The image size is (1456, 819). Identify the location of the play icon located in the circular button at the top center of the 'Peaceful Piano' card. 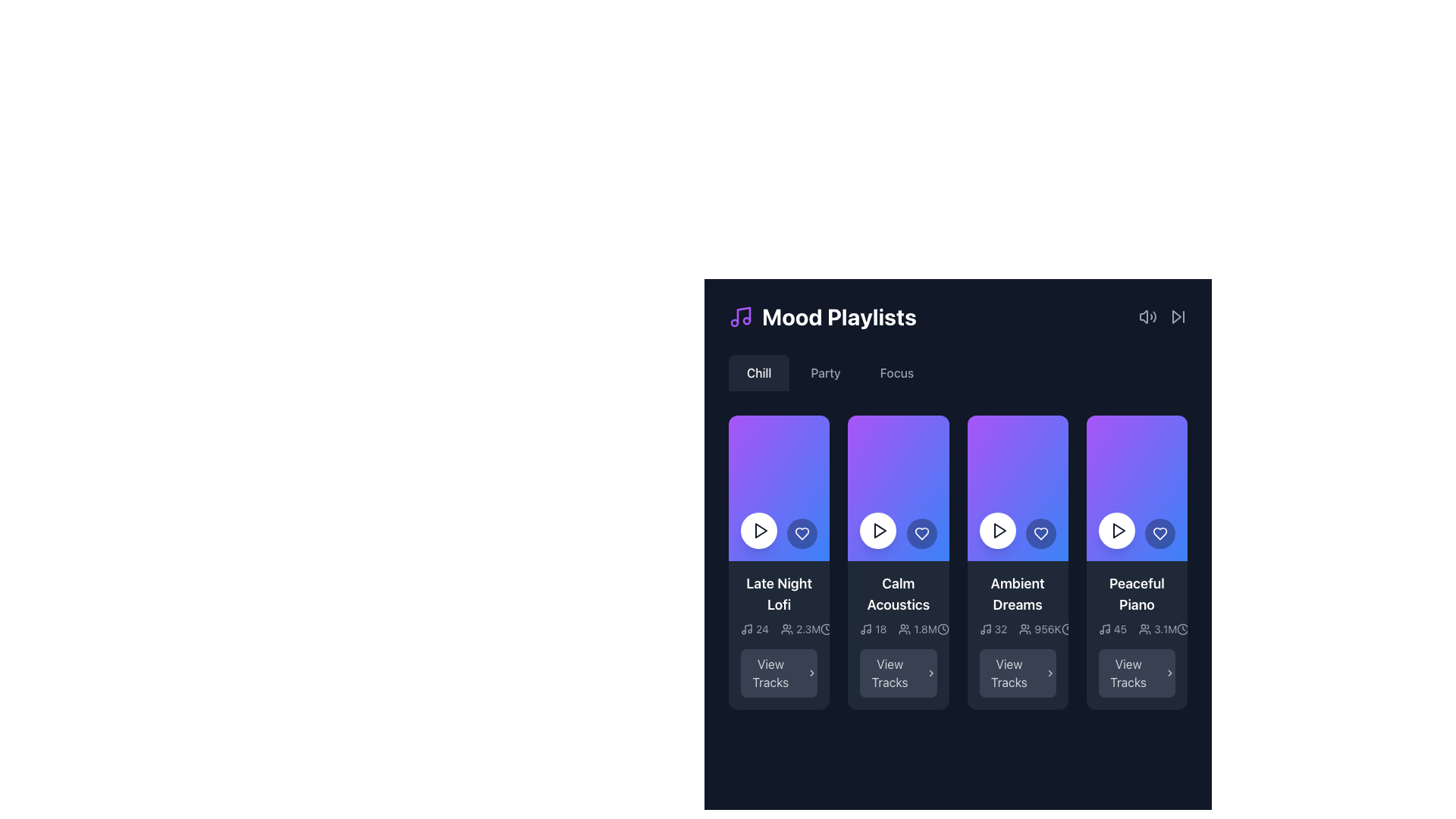
(1118, 529).